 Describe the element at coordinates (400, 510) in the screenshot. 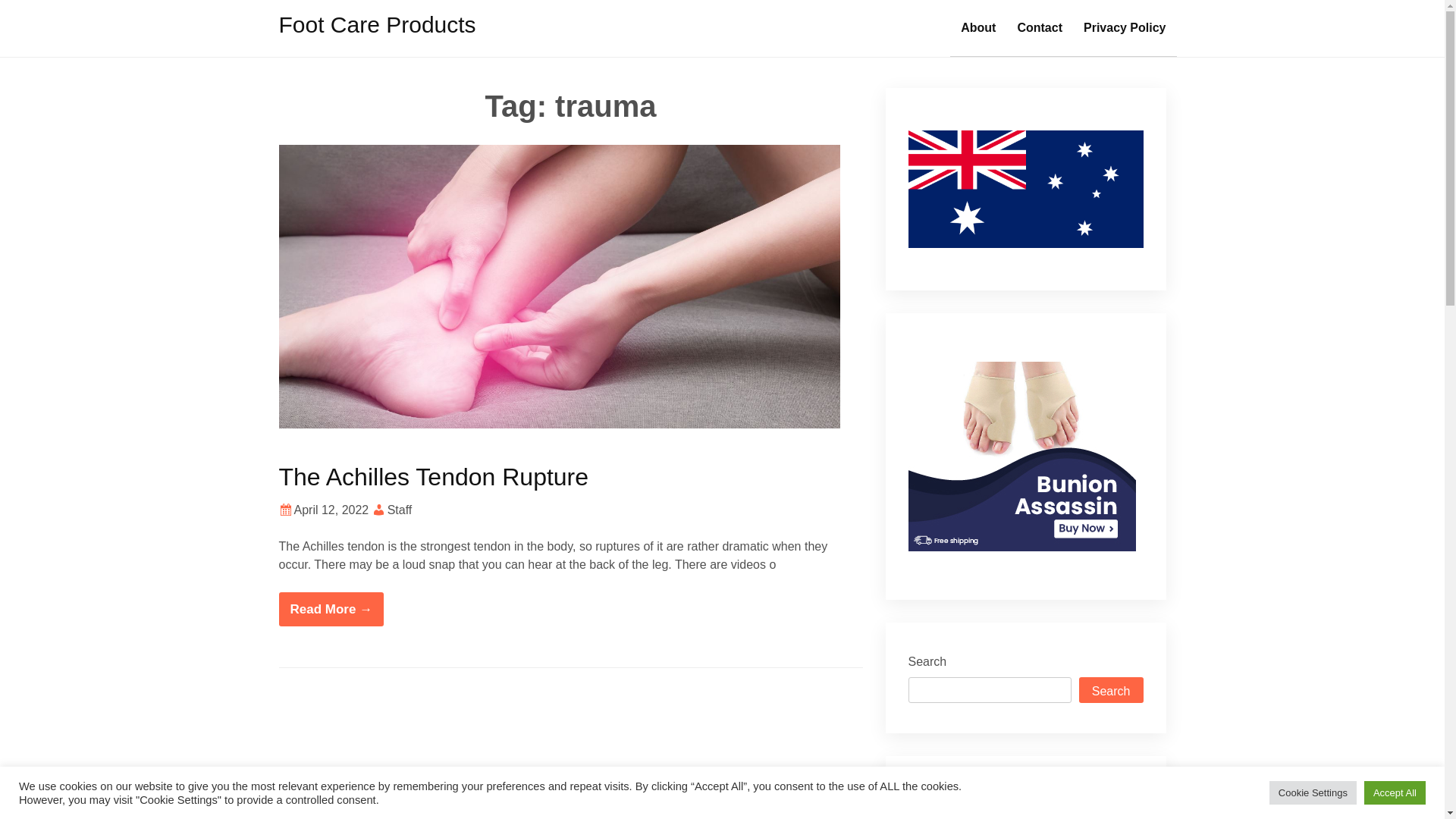

I see `'Staff'` at that location.